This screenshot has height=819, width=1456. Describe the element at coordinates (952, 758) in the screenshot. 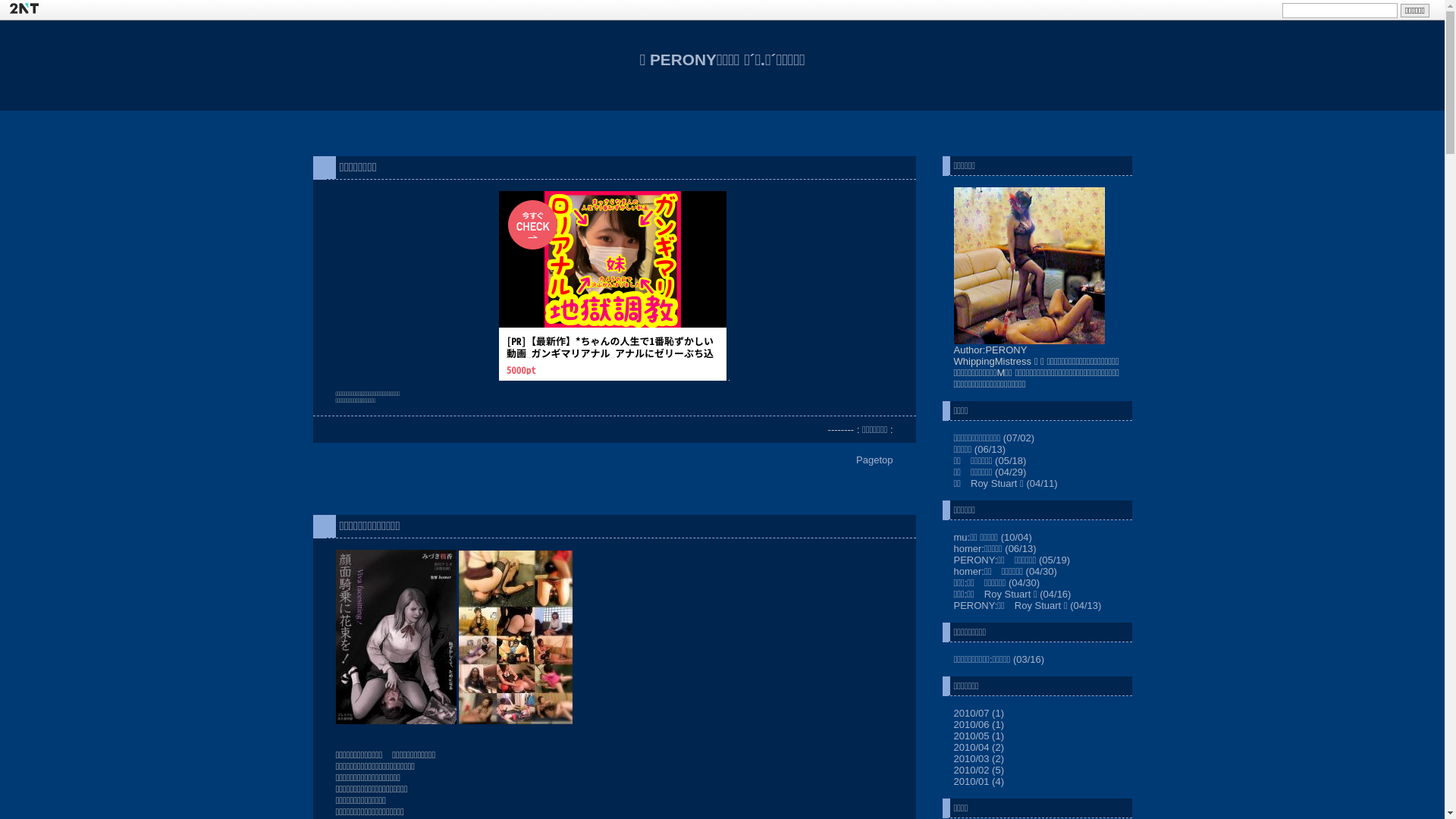

I see `'2010/03 (2)'` at that location.